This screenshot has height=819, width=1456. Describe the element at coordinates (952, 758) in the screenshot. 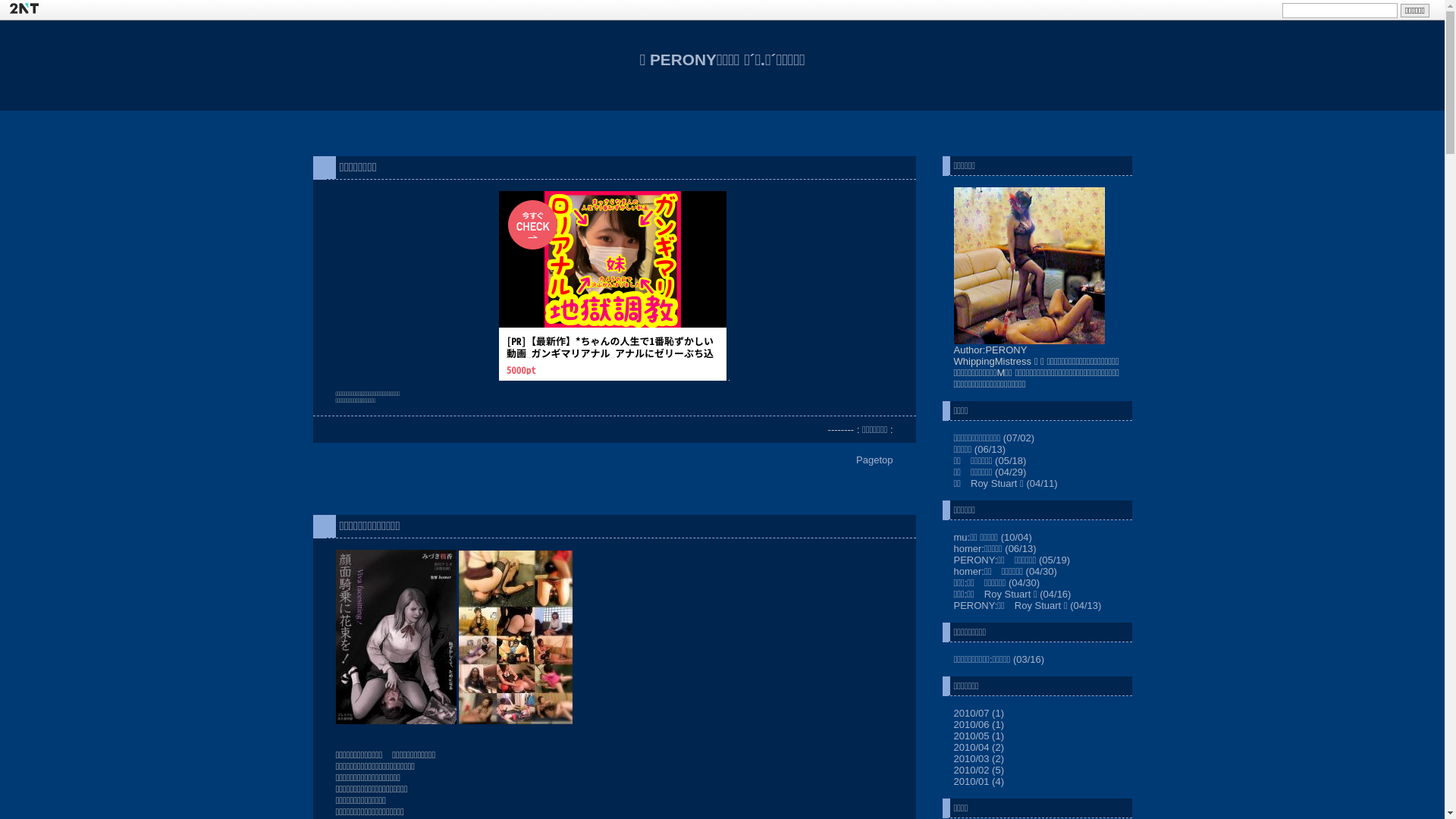

I see `'2010/03 (2)'` at that location.